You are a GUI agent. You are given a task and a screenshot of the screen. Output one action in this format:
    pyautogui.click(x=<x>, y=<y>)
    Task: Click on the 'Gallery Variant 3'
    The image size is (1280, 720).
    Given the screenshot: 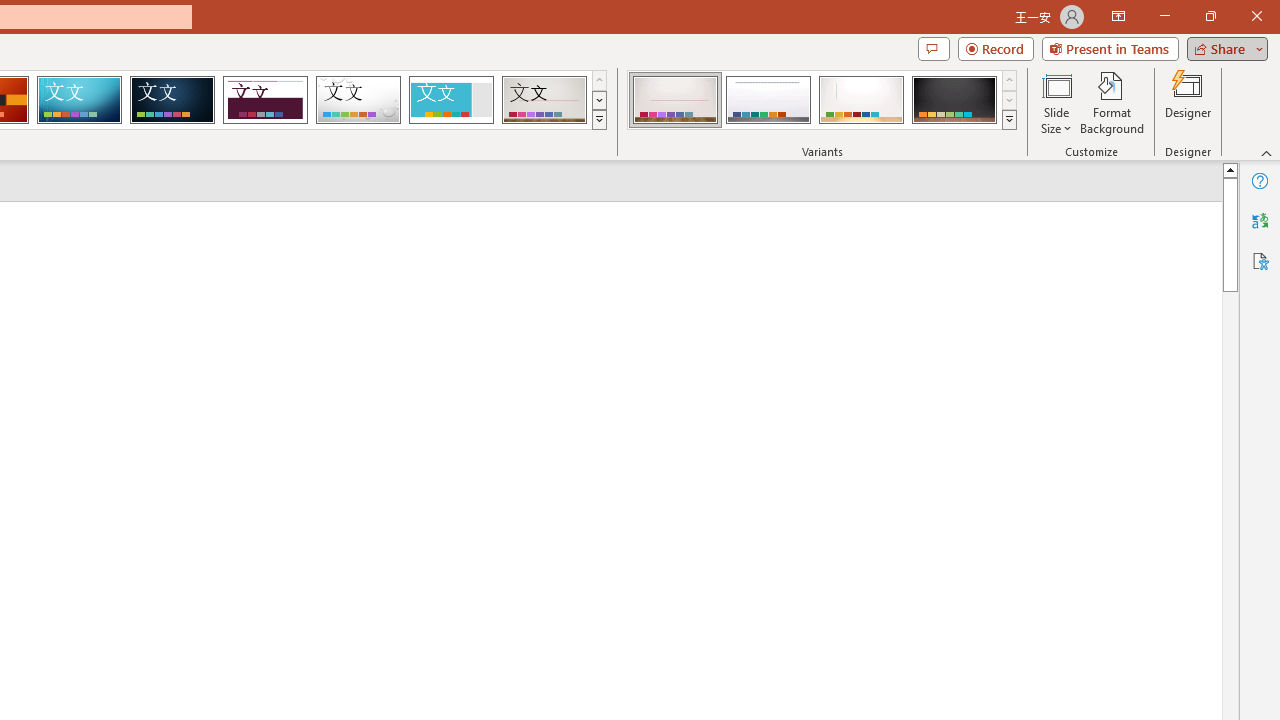 What is the action you would take?
    pyautogui.click(x=861, y=100)
    